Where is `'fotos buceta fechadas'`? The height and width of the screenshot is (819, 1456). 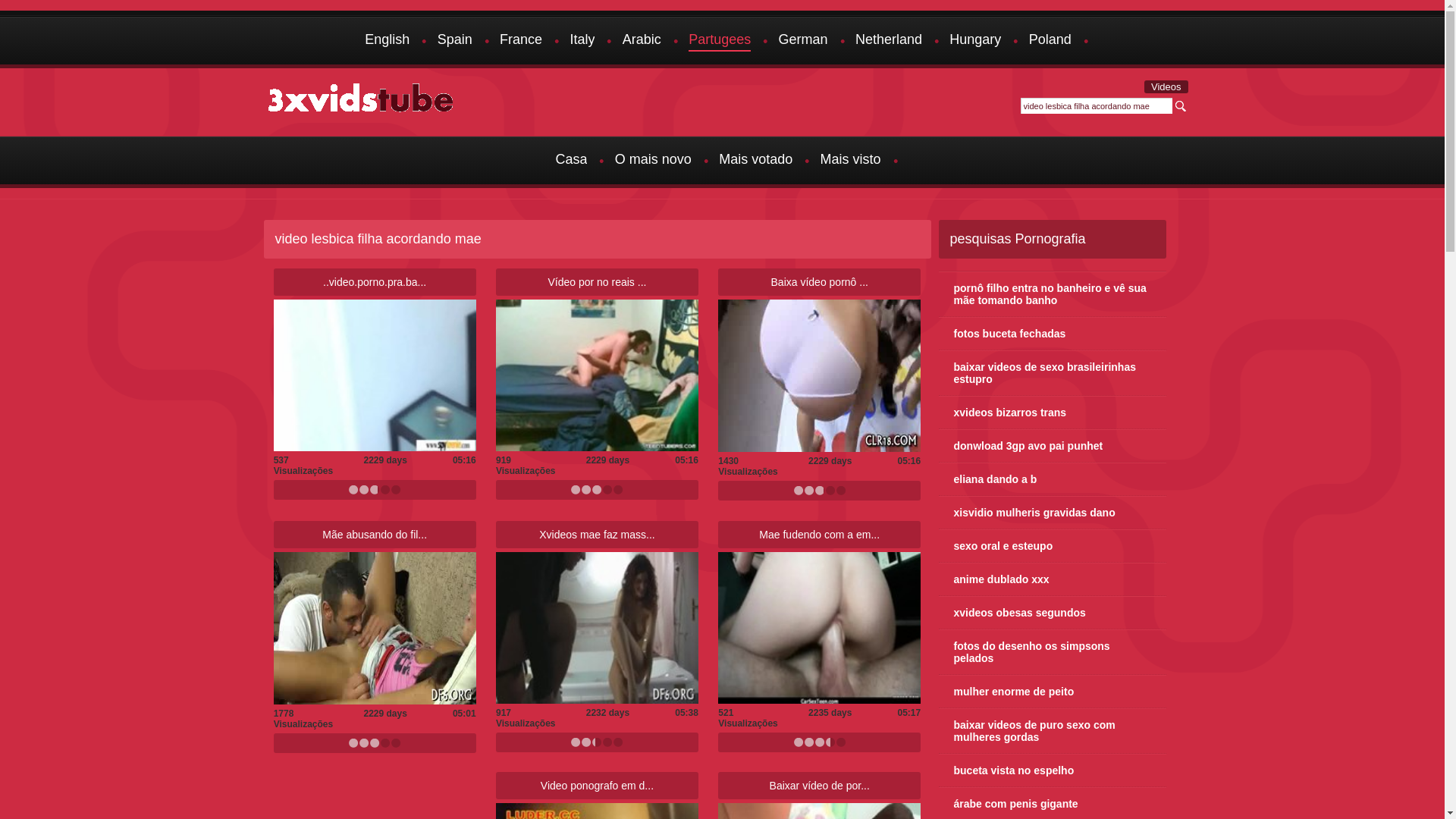
'fotos buceta fechadas' is located at coordinates (1051, 332).